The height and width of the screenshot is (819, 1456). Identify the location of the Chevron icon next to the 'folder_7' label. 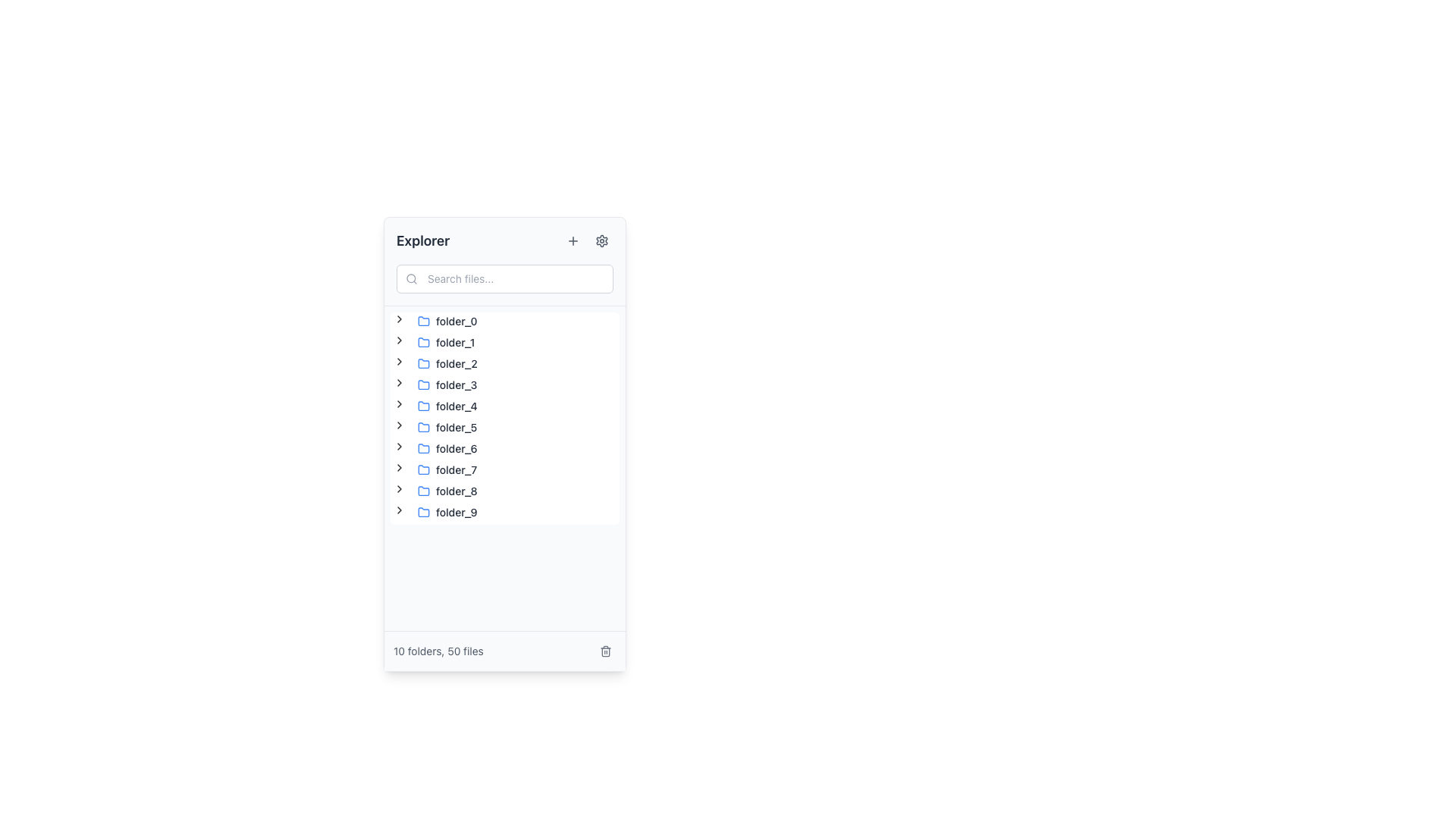
(400, 467).